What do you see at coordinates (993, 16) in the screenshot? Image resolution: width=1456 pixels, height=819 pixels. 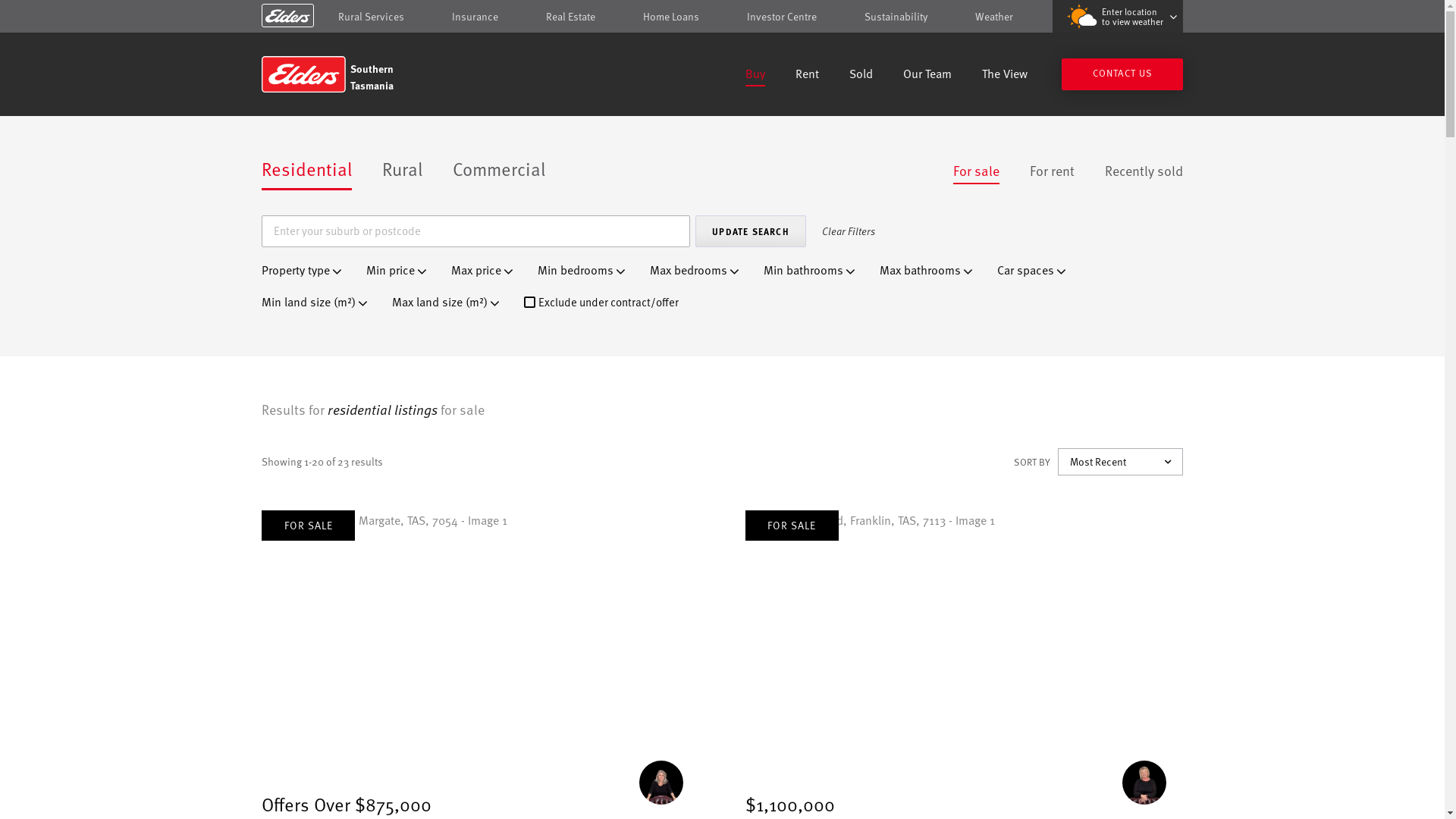 I see `'Weather'` at bounding box center [993, 16].